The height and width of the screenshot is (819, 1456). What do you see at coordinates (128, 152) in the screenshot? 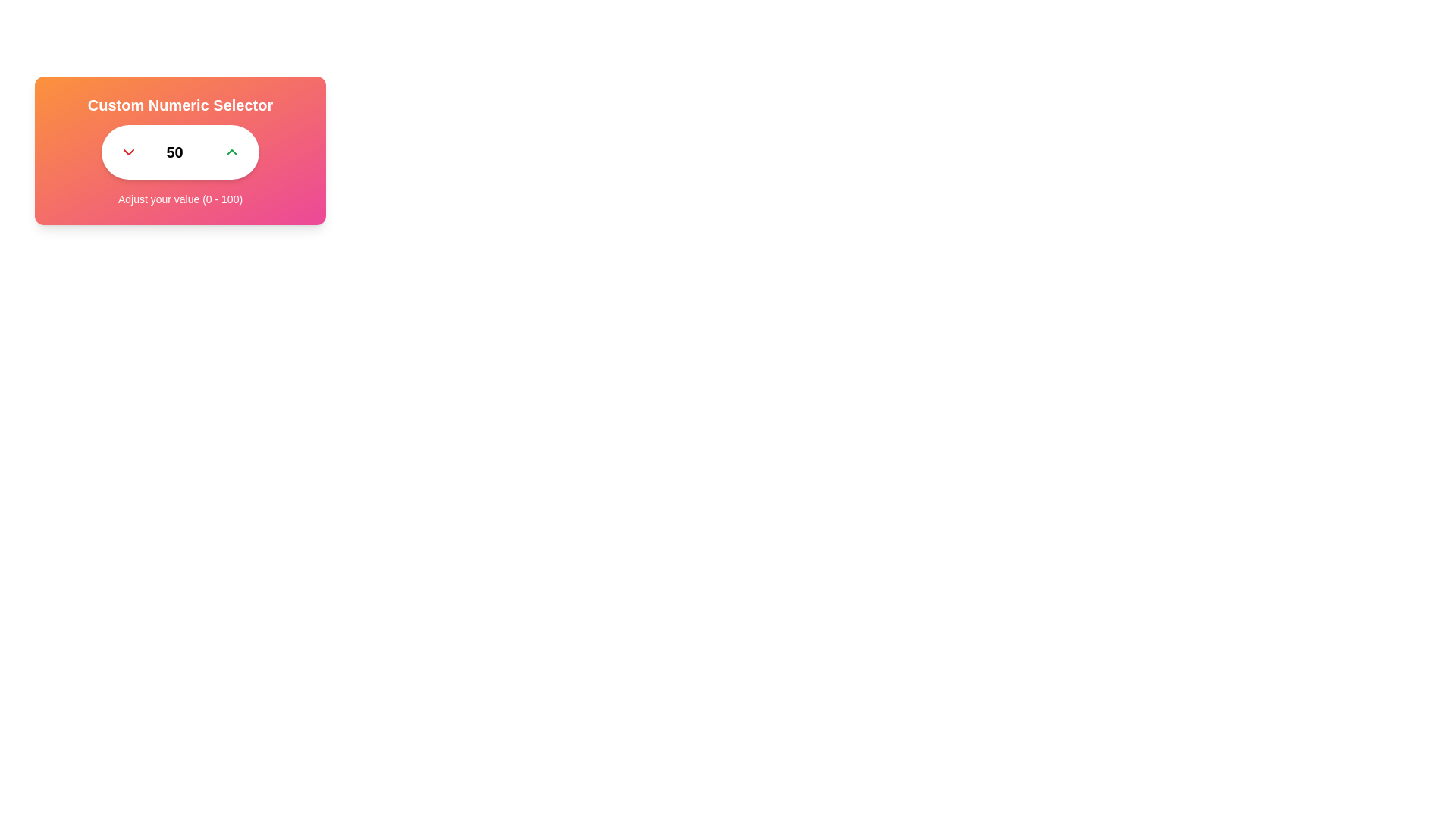
I see `the Chevron icon button located to the left of the numeric input field` at bounding box center [128, 152].